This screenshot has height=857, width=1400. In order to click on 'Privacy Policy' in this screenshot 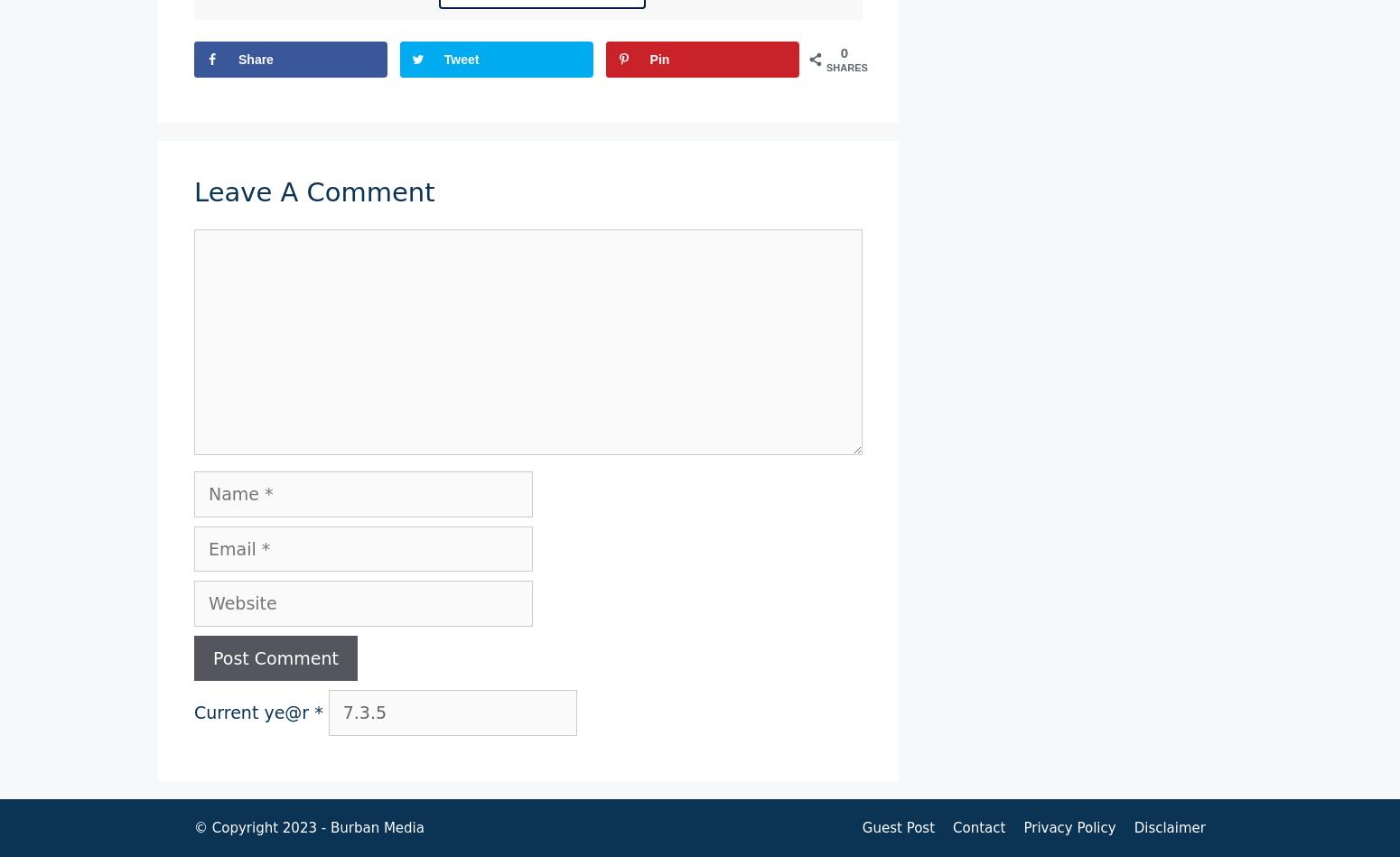, I will do `click(1069, 825)`.